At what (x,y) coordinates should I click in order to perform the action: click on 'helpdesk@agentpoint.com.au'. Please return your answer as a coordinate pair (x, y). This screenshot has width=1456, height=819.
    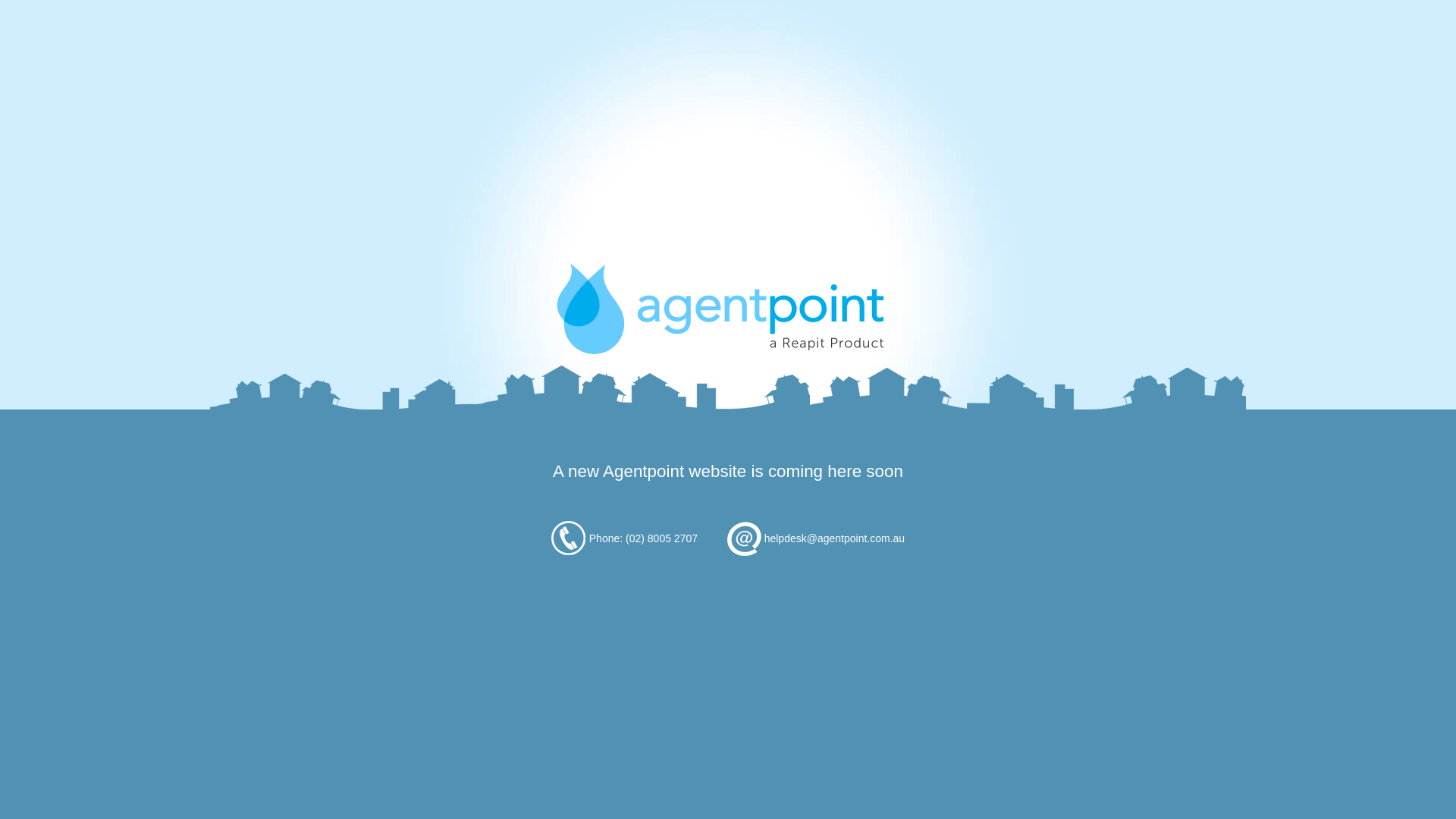
    Looking at the image, I should click on (764, 537).